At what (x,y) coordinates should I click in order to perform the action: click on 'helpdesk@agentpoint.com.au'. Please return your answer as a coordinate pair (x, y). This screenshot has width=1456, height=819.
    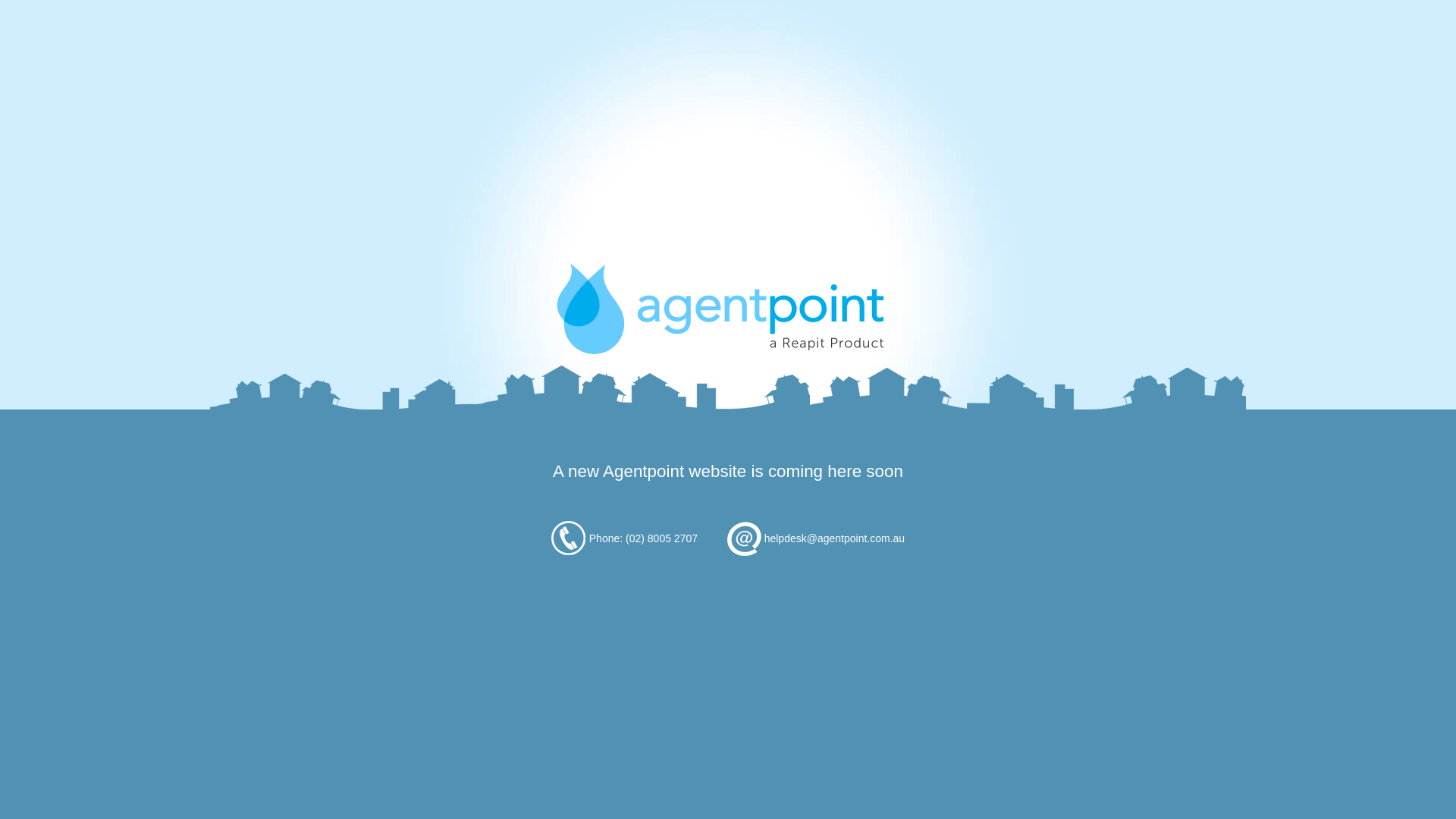
    Looking at the image, I should click on (764, 537).